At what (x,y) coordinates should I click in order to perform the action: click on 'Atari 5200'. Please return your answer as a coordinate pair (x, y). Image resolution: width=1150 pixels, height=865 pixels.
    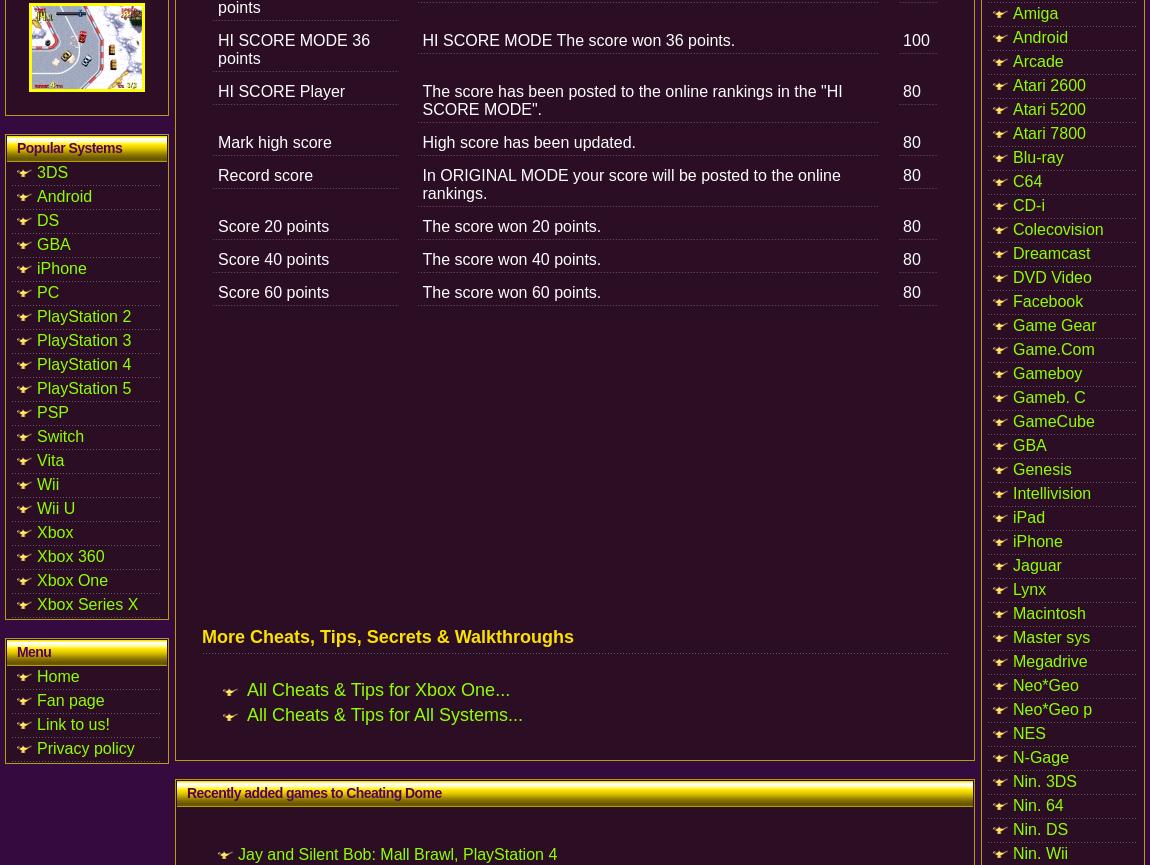
    Looking at the image, I should click on (1049, 109).